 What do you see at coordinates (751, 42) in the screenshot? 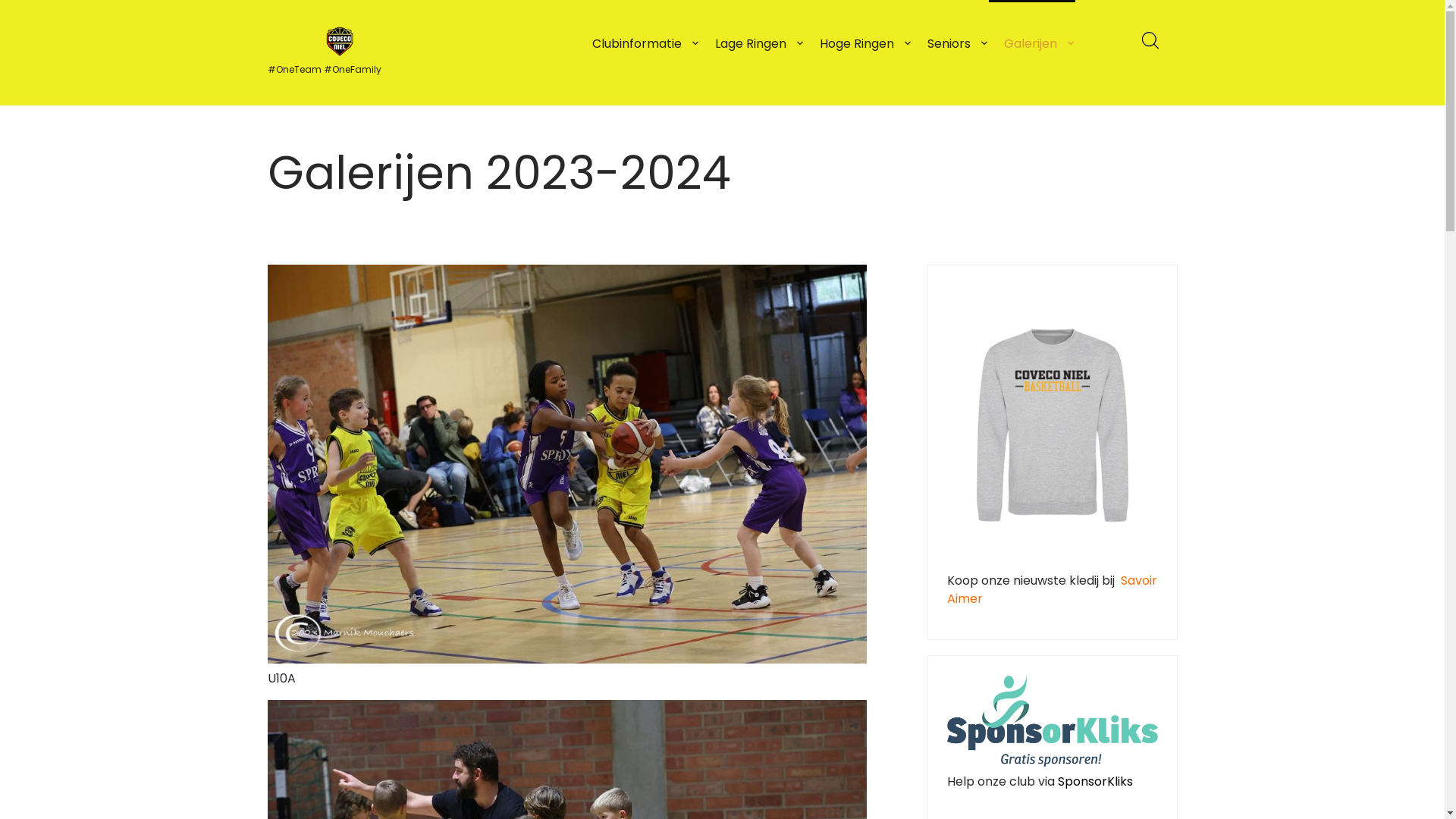
I see `'Lage Ringen'` at bounding box center [751, 42].